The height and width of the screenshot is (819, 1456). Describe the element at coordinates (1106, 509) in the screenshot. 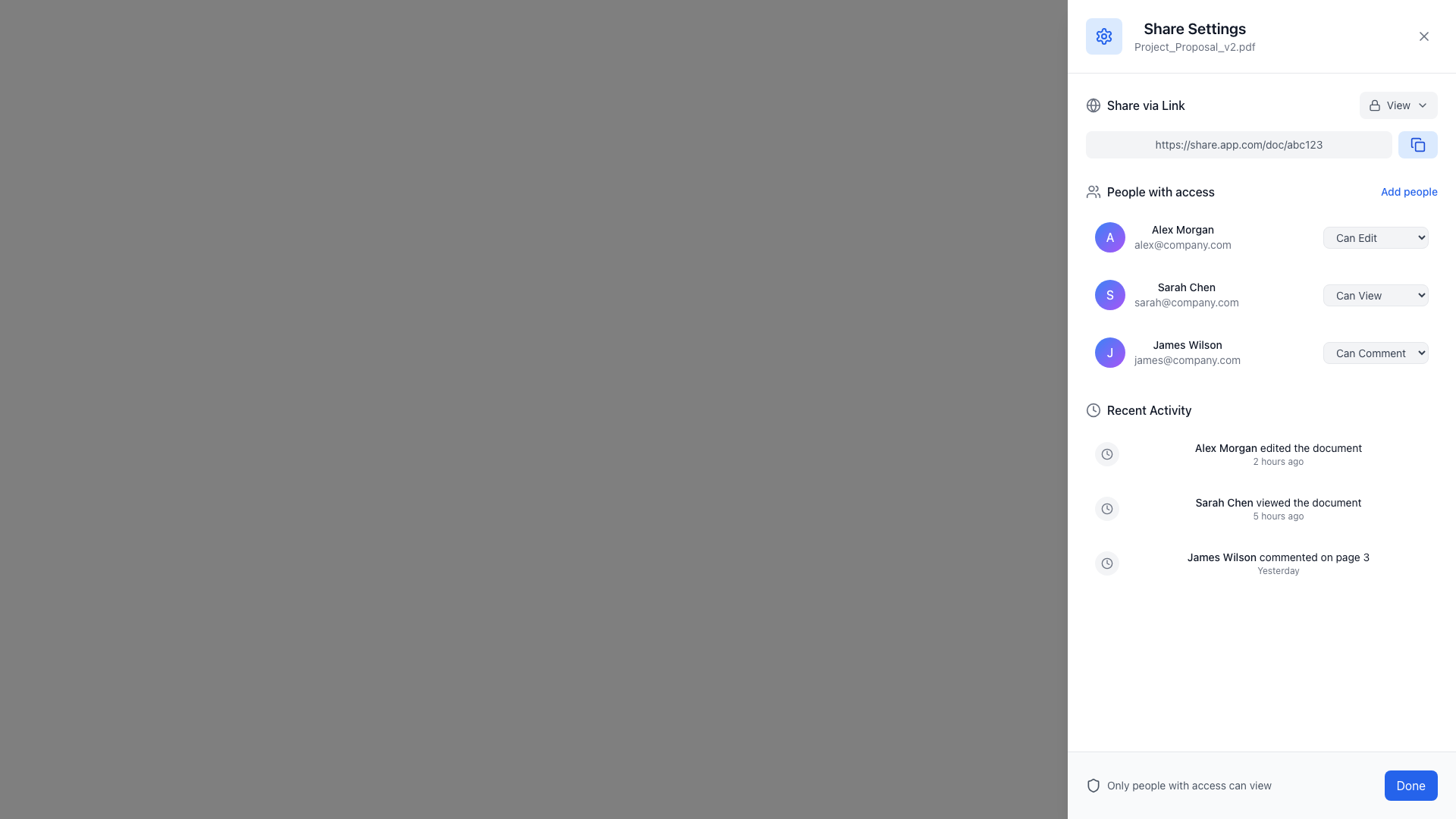

I see `the circular icon with a light gray background and a clock symbol, representing the activity 'Sarah Chen viewed the document', located in the recent activity list` at that location.